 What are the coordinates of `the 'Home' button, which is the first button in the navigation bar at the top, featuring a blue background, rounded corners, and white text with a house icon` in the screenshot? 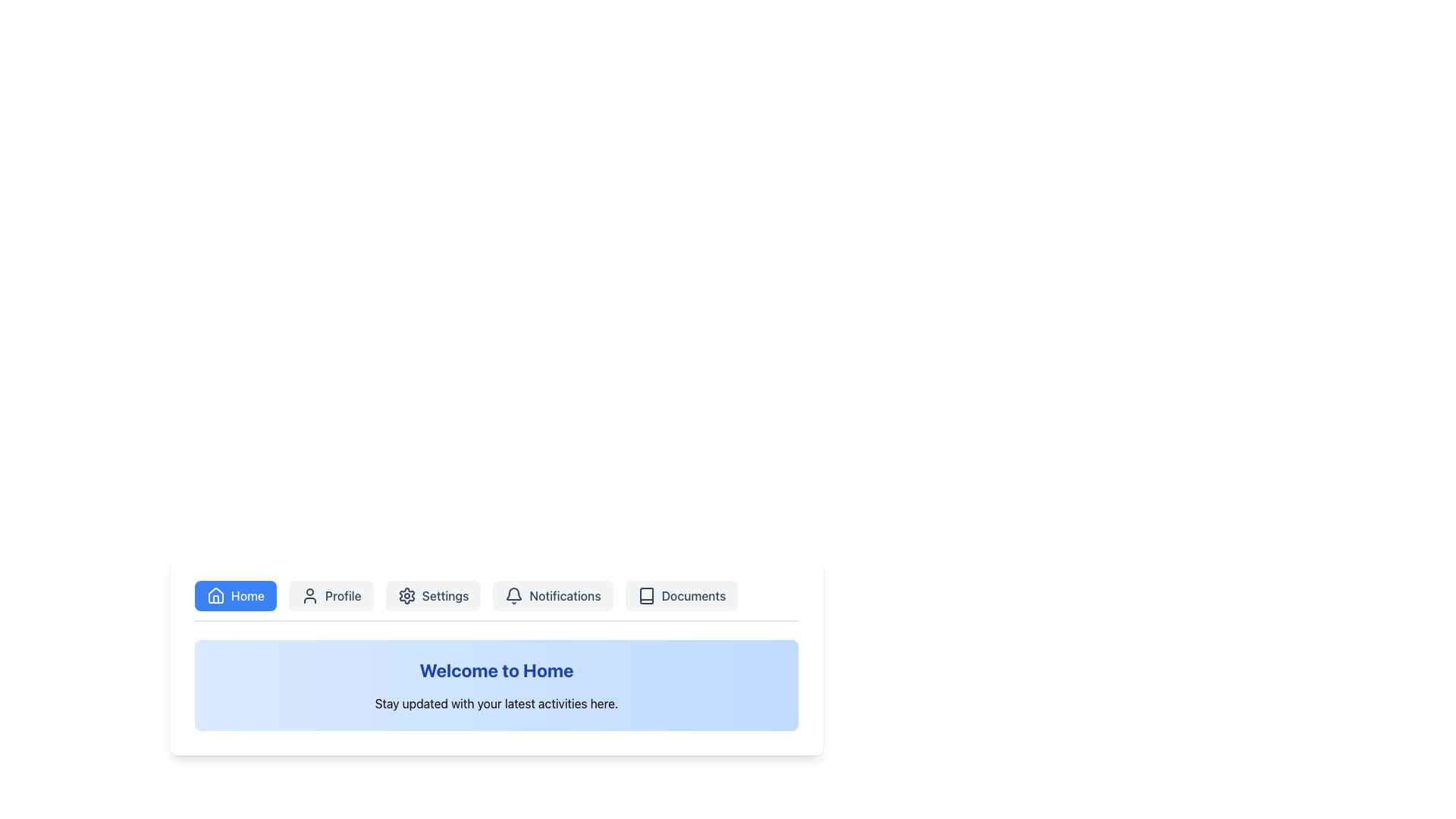 It's located at (235, 595).